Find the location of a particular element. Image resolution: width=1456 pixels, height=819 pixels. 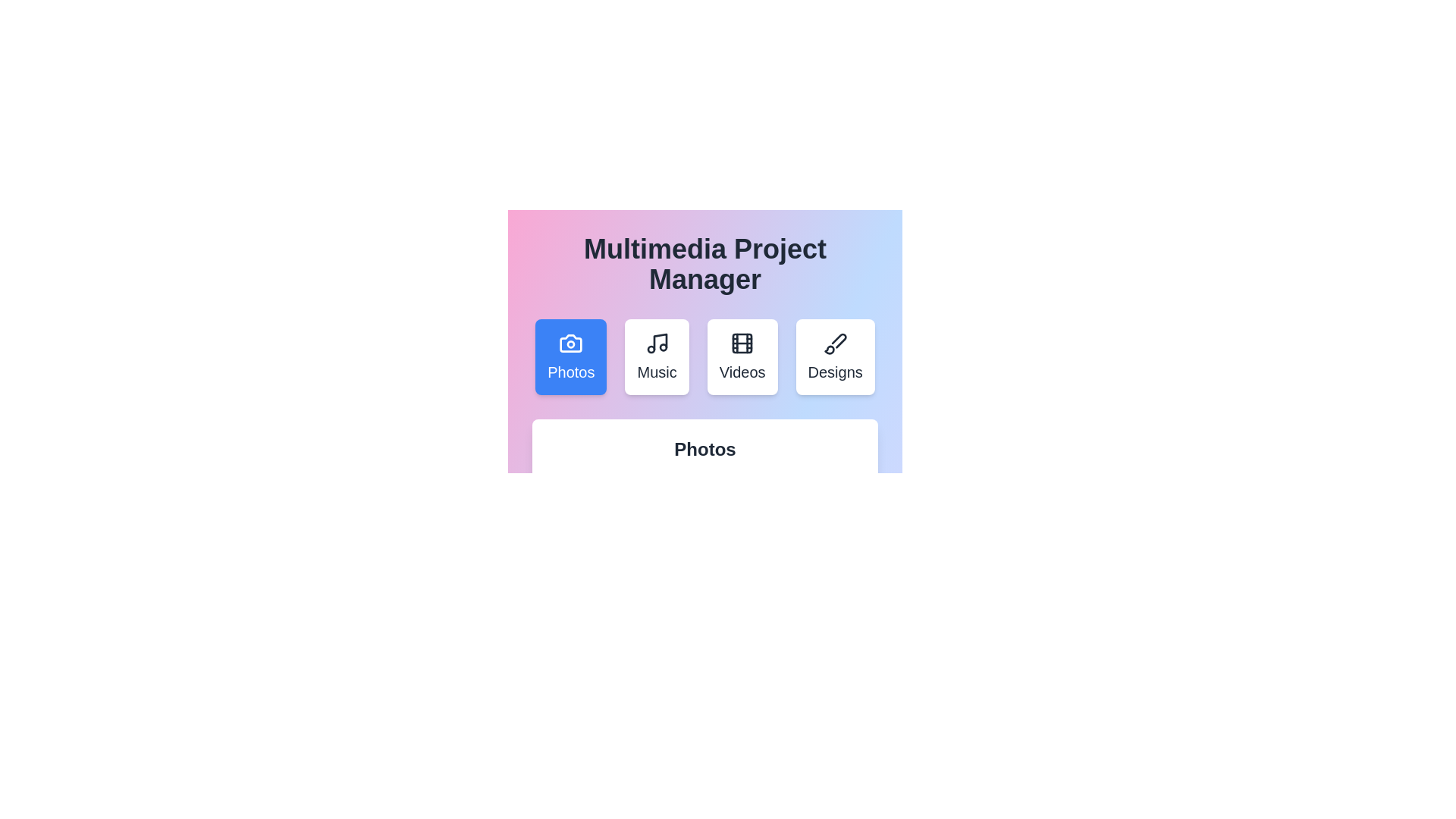

the tab labeled Photos to view its content is located at coordinates (570, 356).